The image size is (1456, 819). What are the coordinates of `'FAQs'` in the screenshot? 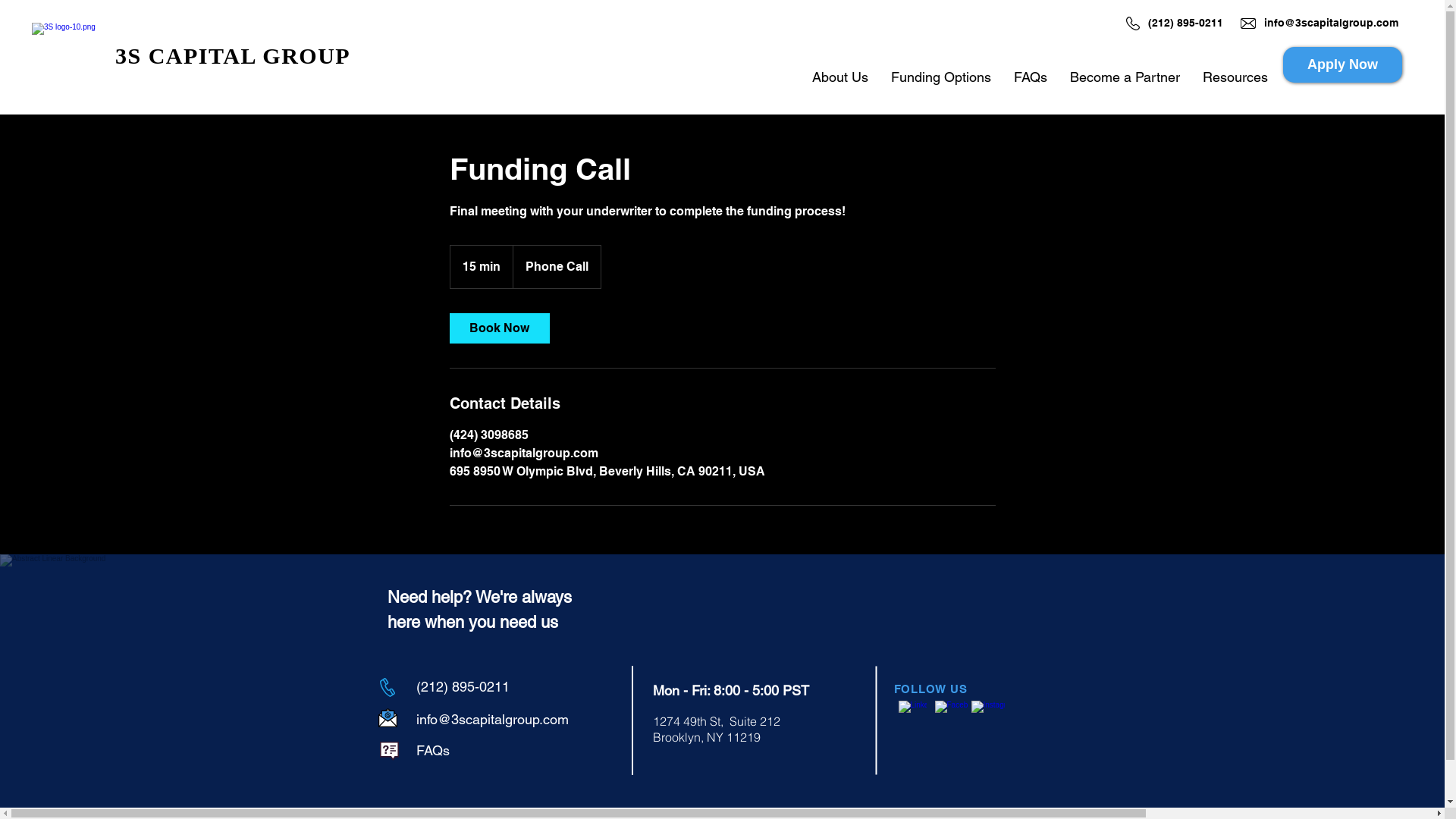 It's located at (431, 749).